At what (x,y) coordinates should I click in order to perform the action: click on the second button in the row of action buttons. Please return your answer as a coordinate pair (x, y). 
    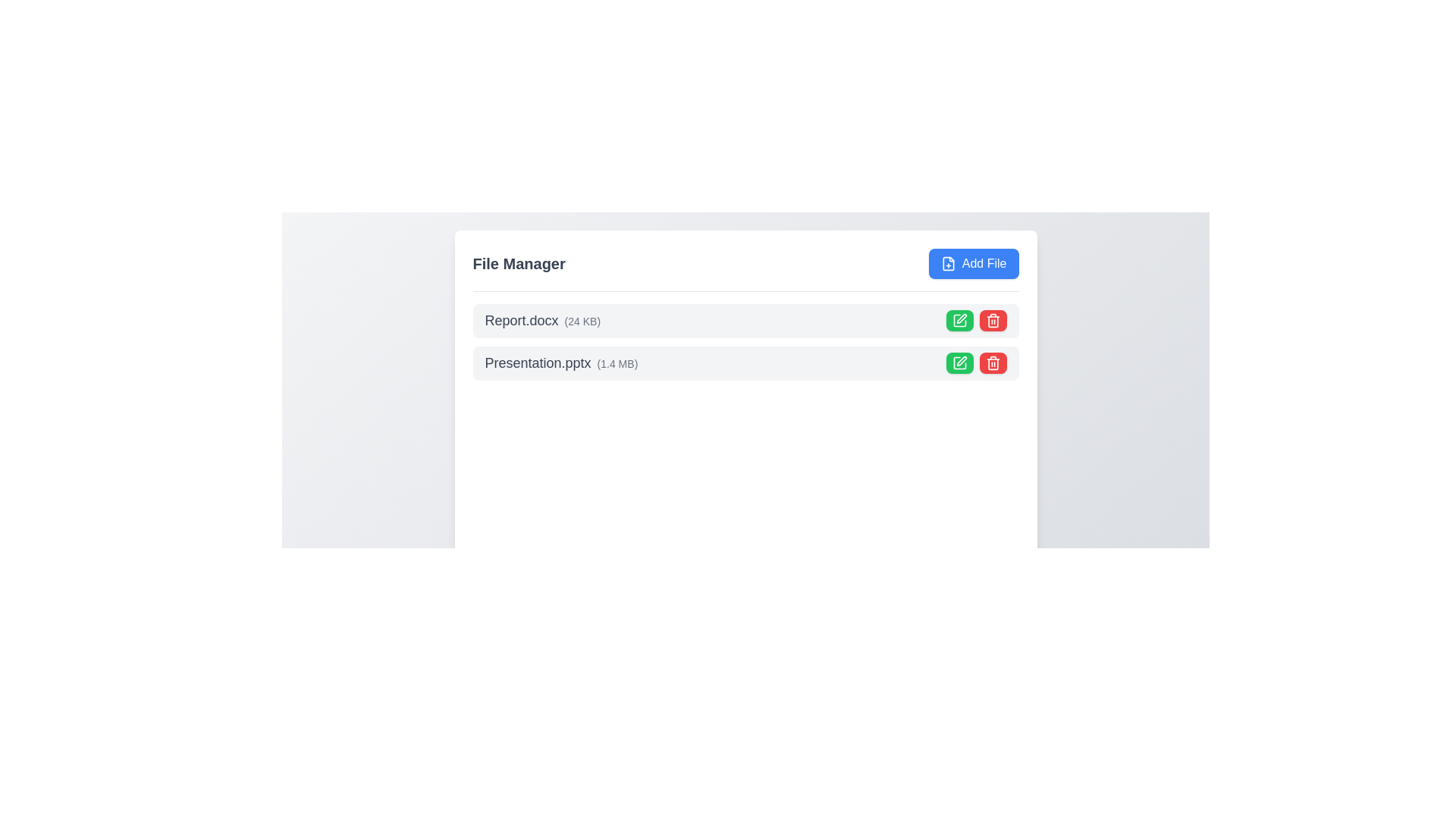
    Looking at the image, I should click on (993, 320).